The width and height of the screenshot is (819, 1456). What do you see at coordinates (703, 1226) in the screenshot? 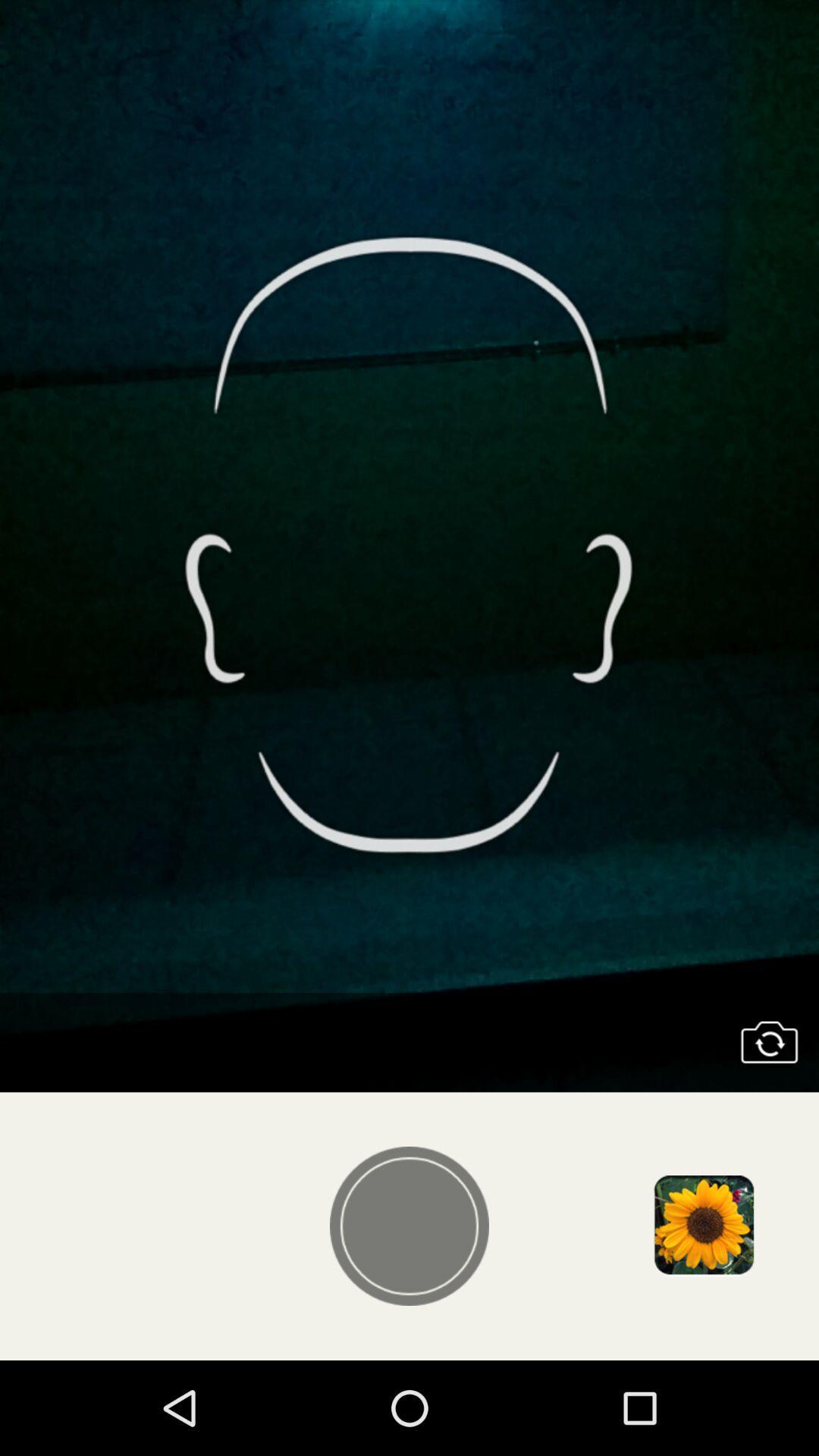
I see `open image gallery` at bounding box center [703, 1226].